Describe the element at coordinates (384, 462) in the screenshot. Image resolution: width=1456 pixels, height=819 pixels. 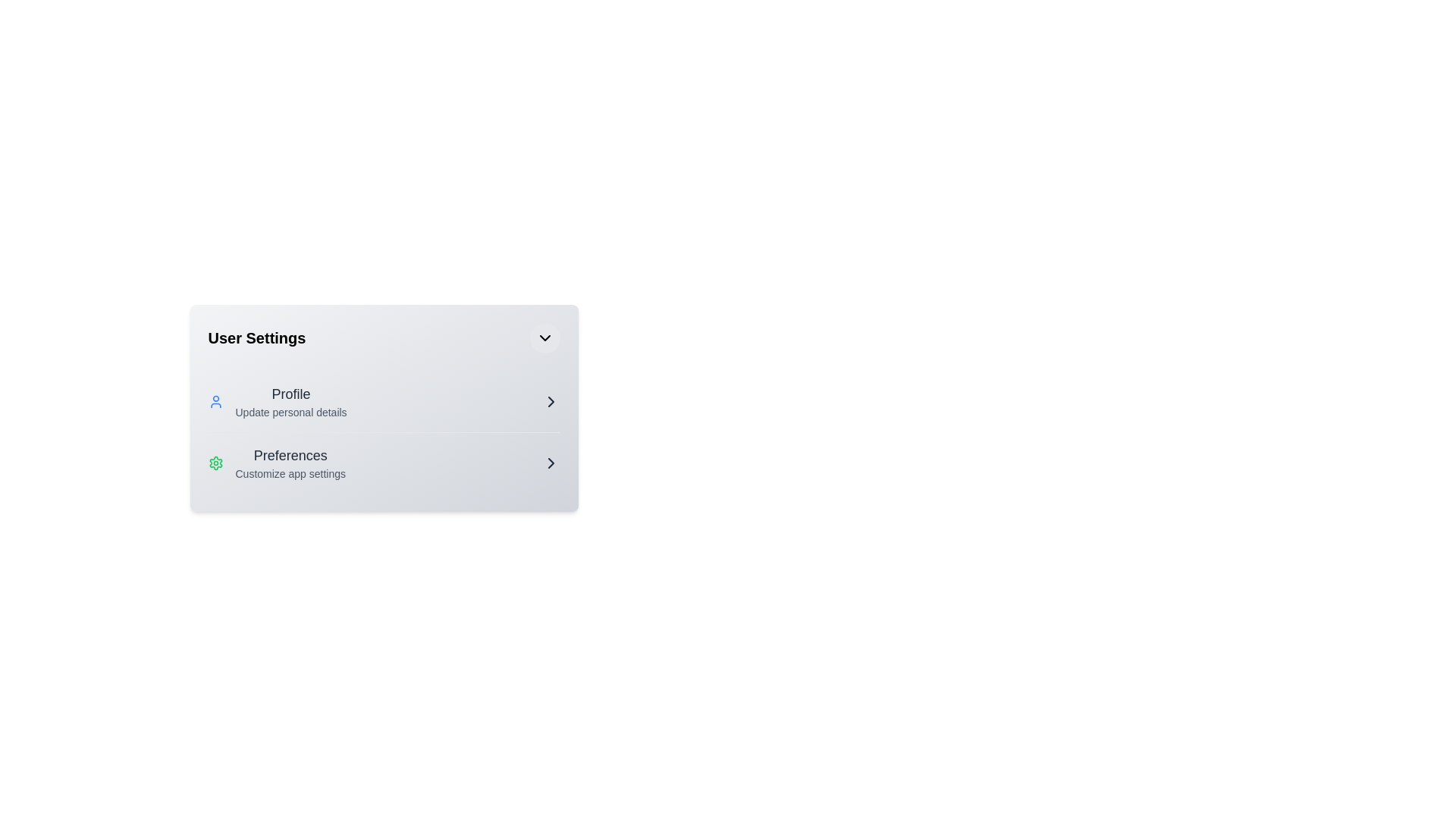
I see `the second entry in the vertical list under 'User Settings'` at that location.